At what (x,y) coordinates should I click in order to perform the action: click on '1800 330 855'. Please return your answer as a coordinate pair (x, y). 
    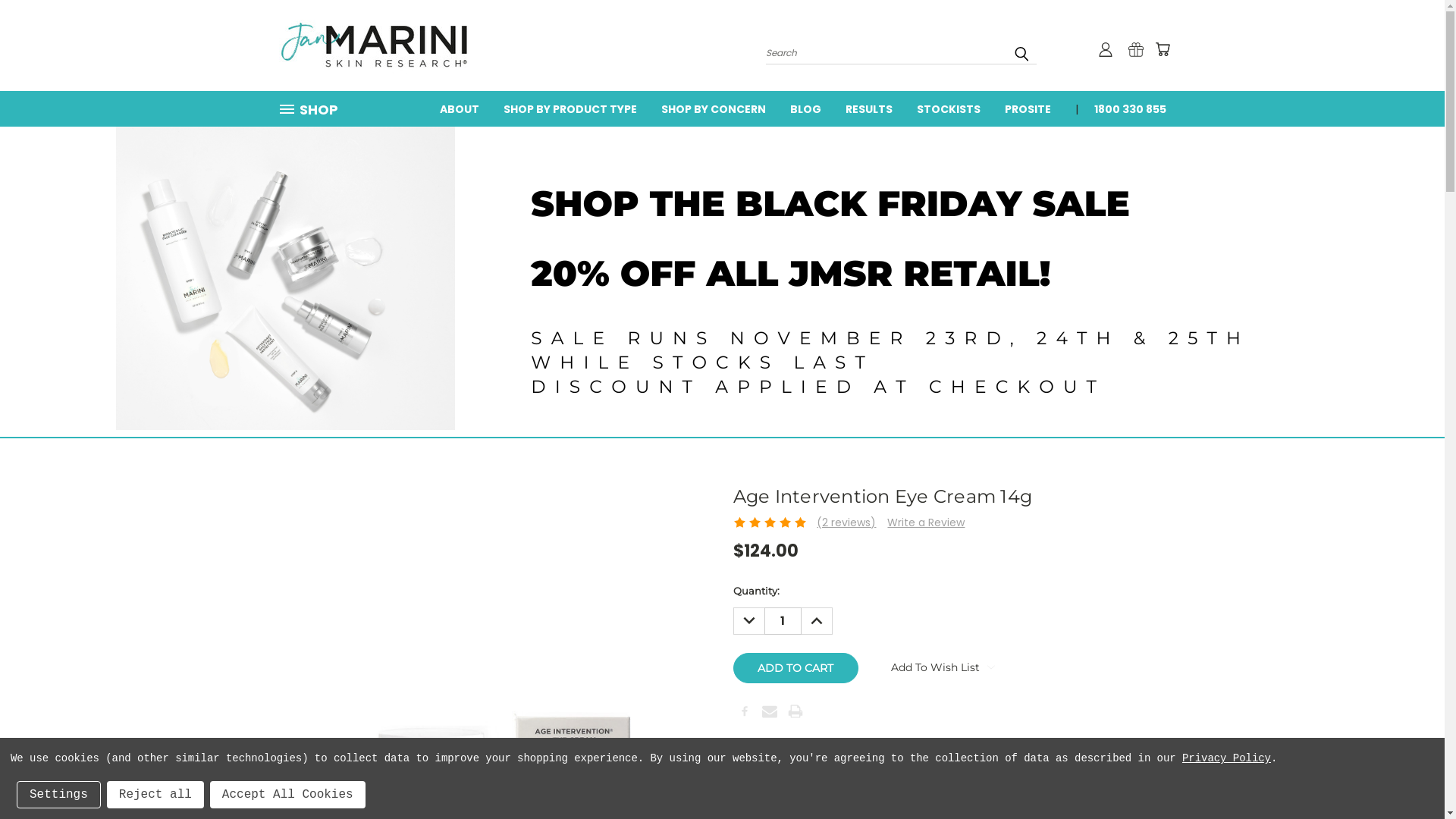
    Looking at the image, I should click on (1123, 107).